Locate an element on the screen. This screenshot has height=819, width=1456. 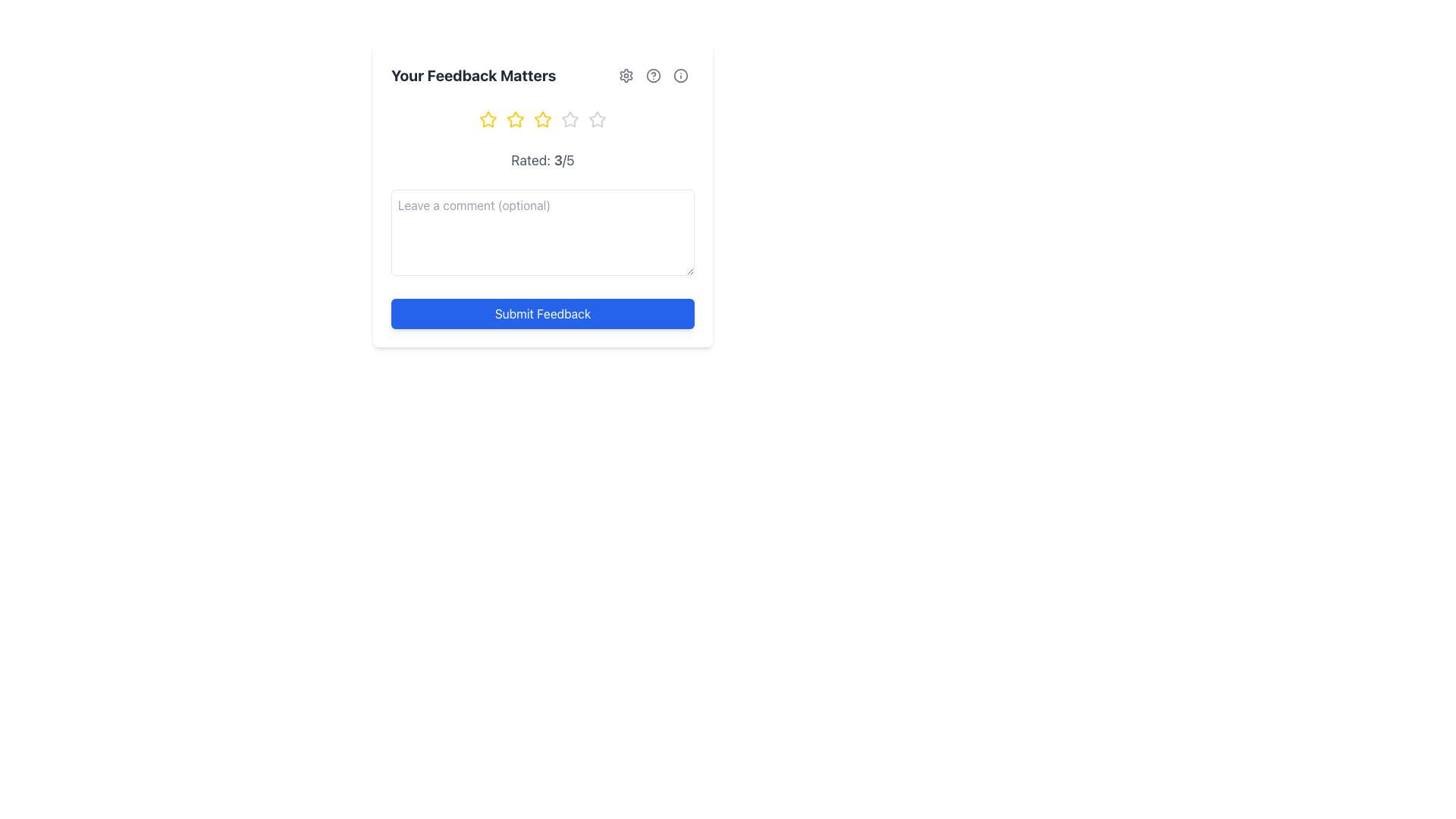
the help button located as the third icon from the right in the top right corner of the feedback card is located at coordinates (679, 76).